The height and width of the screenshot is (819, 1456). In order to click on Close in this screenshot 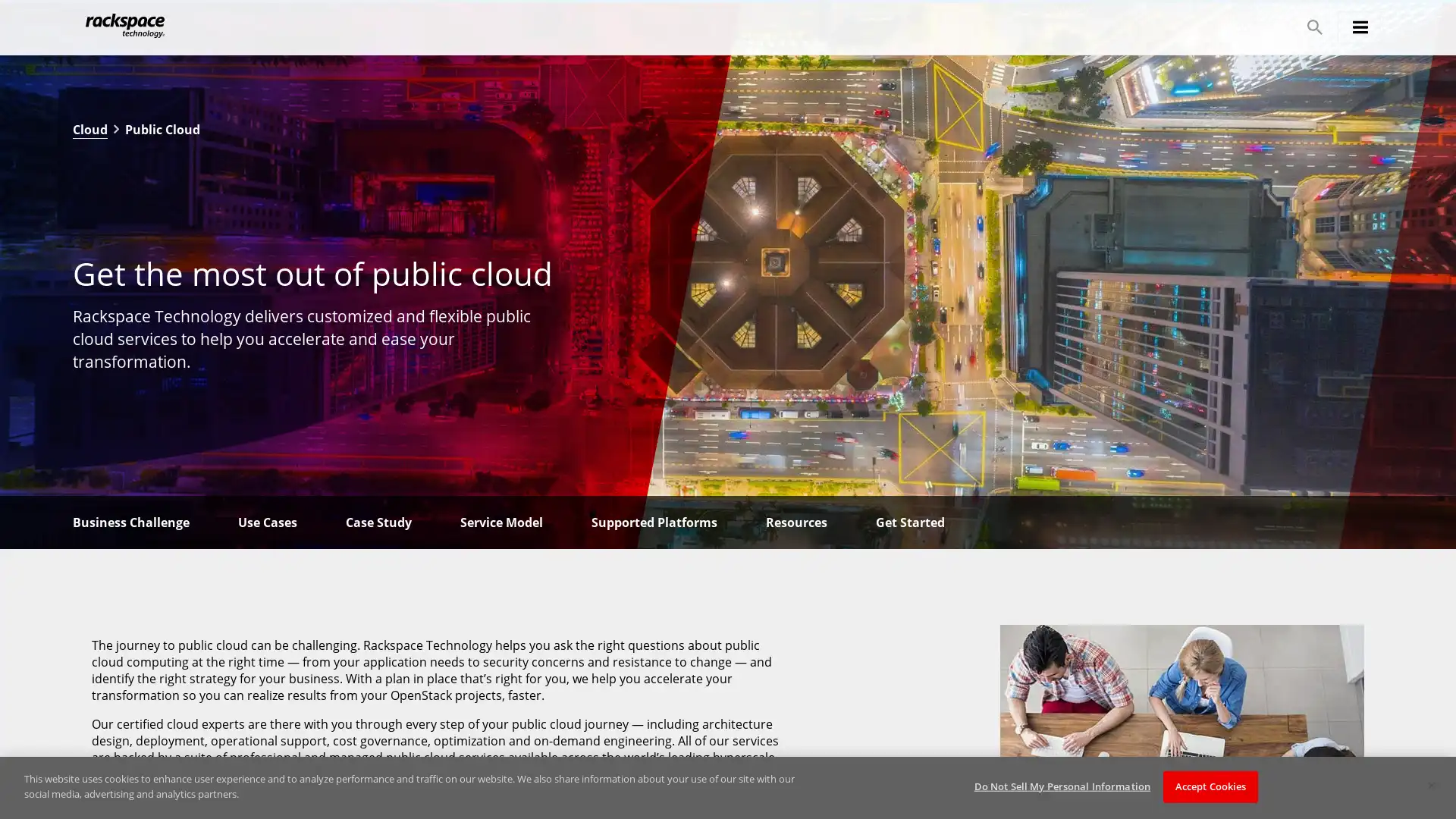, I will do `click(1430, 785)`.